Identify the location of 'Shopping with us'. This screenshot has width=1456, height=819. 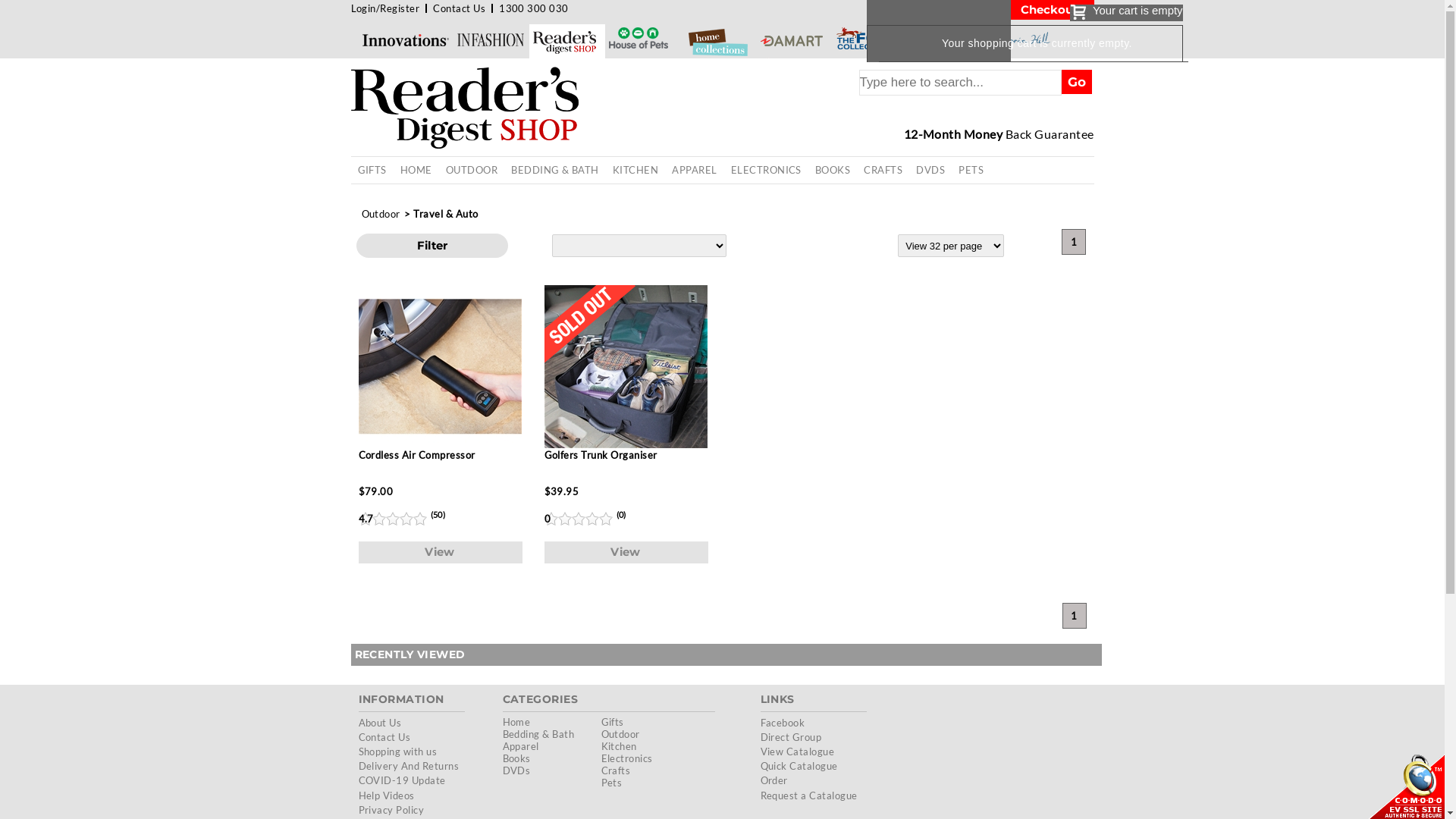
(356, 752).